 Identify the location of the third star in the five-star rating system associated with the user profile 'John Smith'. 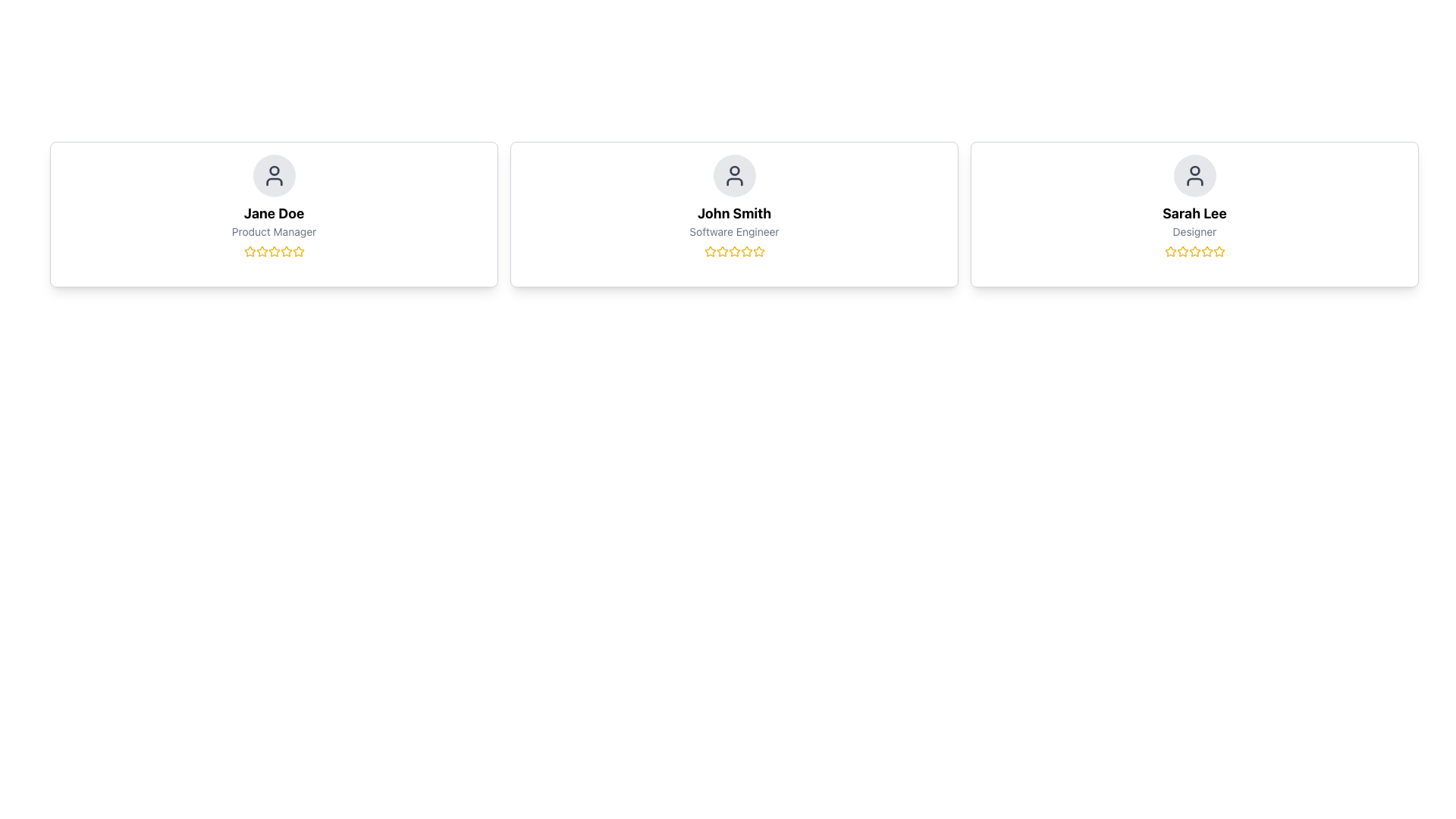
(746, 250).